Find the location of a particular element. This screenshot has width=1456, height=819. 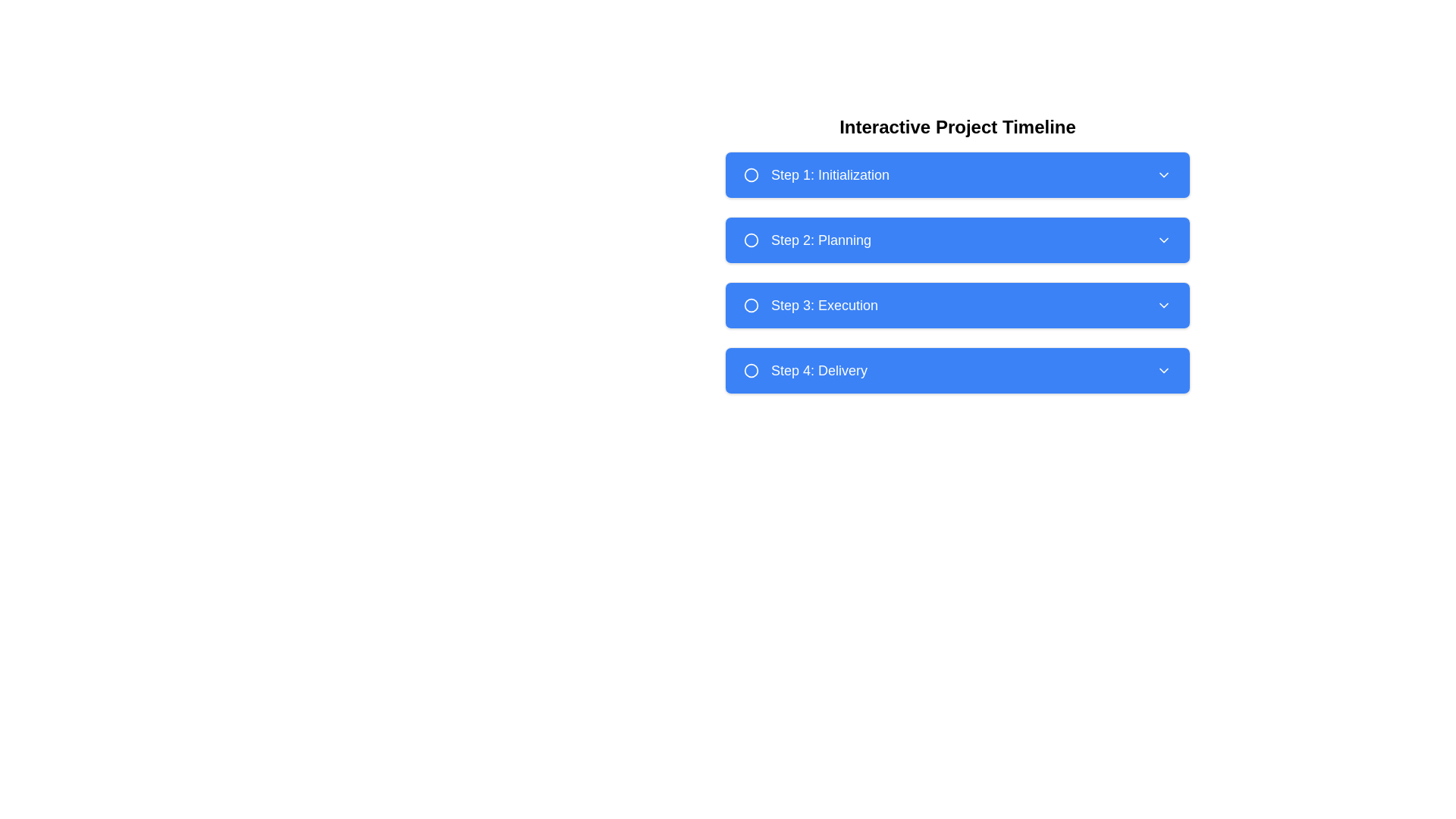

the Chevron Down icon which serves as an interactive control for expanding or collapsing the 'Step 2: Planning' section of the timeline is located at coordinates (1163, 239).